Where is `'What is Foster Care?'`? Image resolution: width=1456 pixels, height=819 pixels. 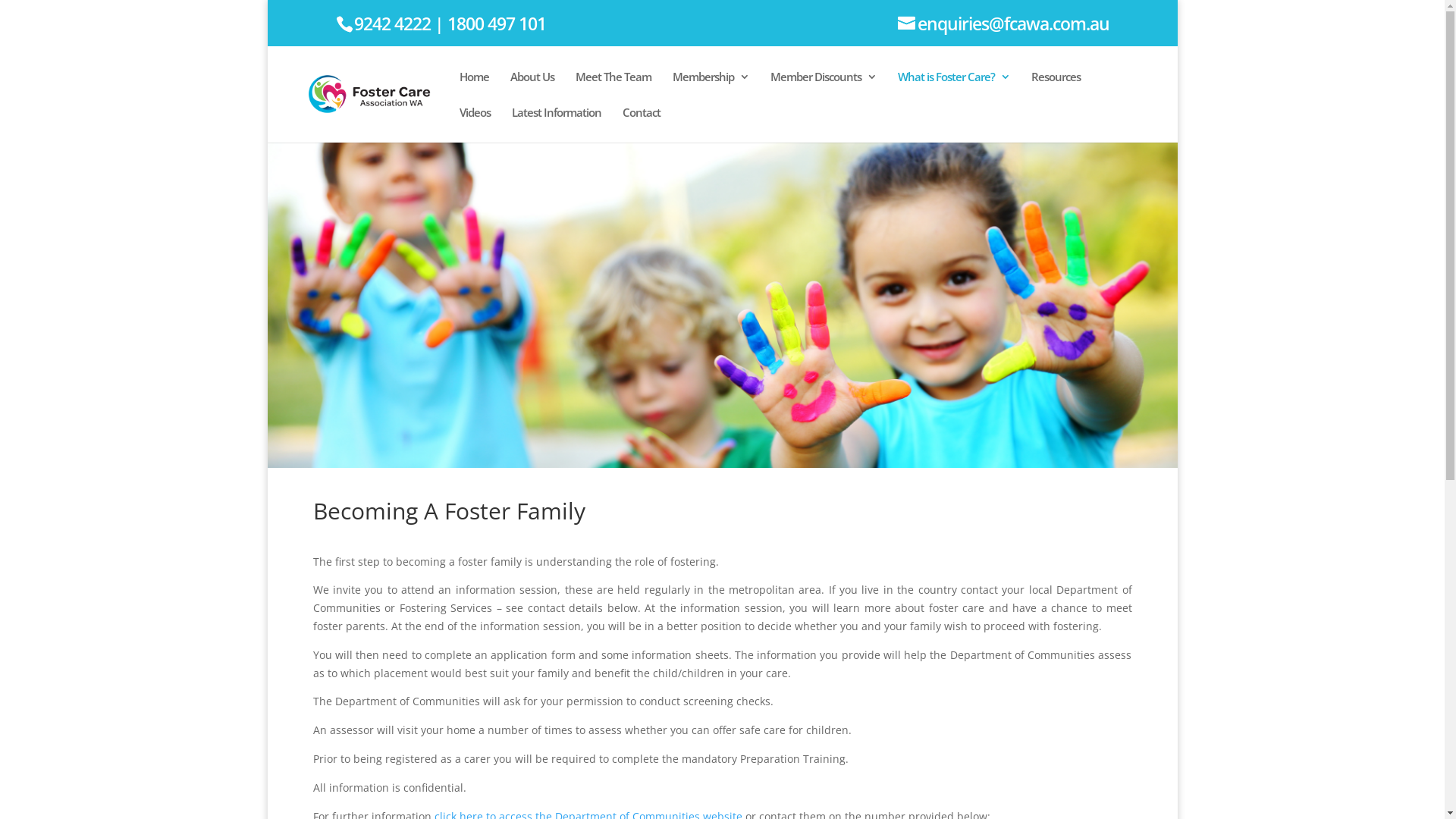 'What is Foster Care?' is located at coordinates (952, 89).